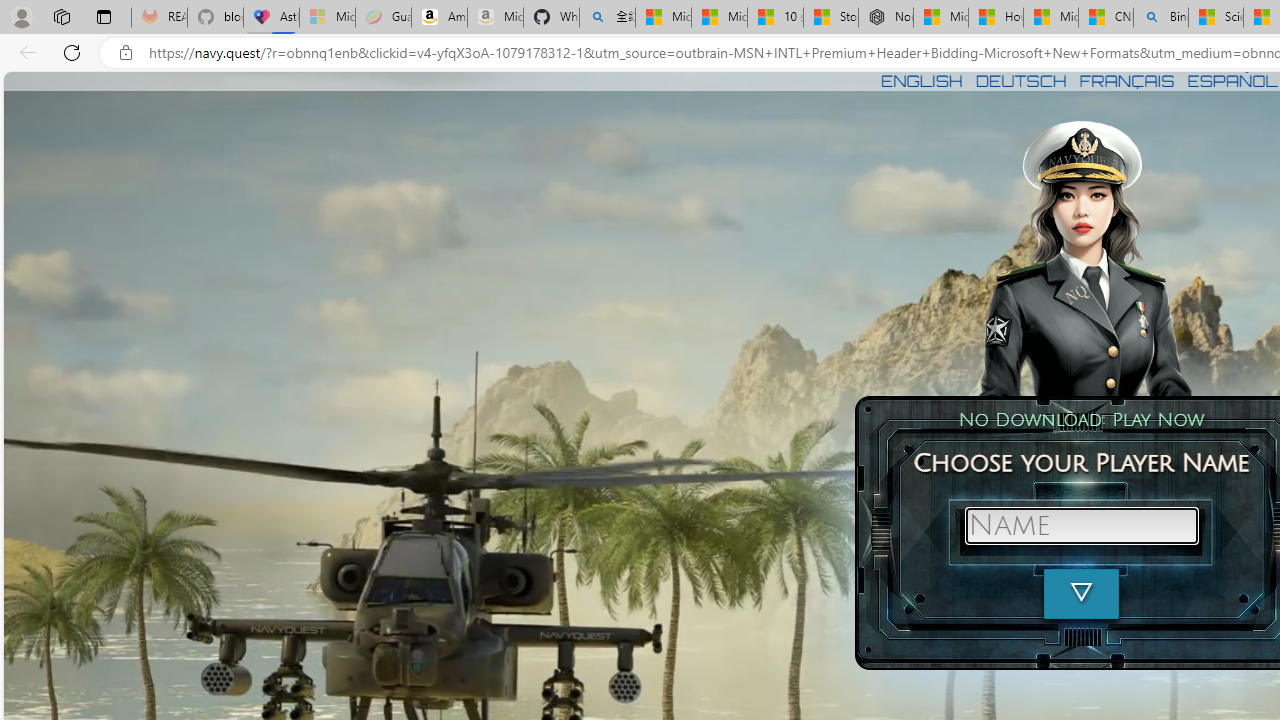 The image size is (1280, 720). I want to click on 'Asthma Inhalers: Names and Types', so click(271, 17).